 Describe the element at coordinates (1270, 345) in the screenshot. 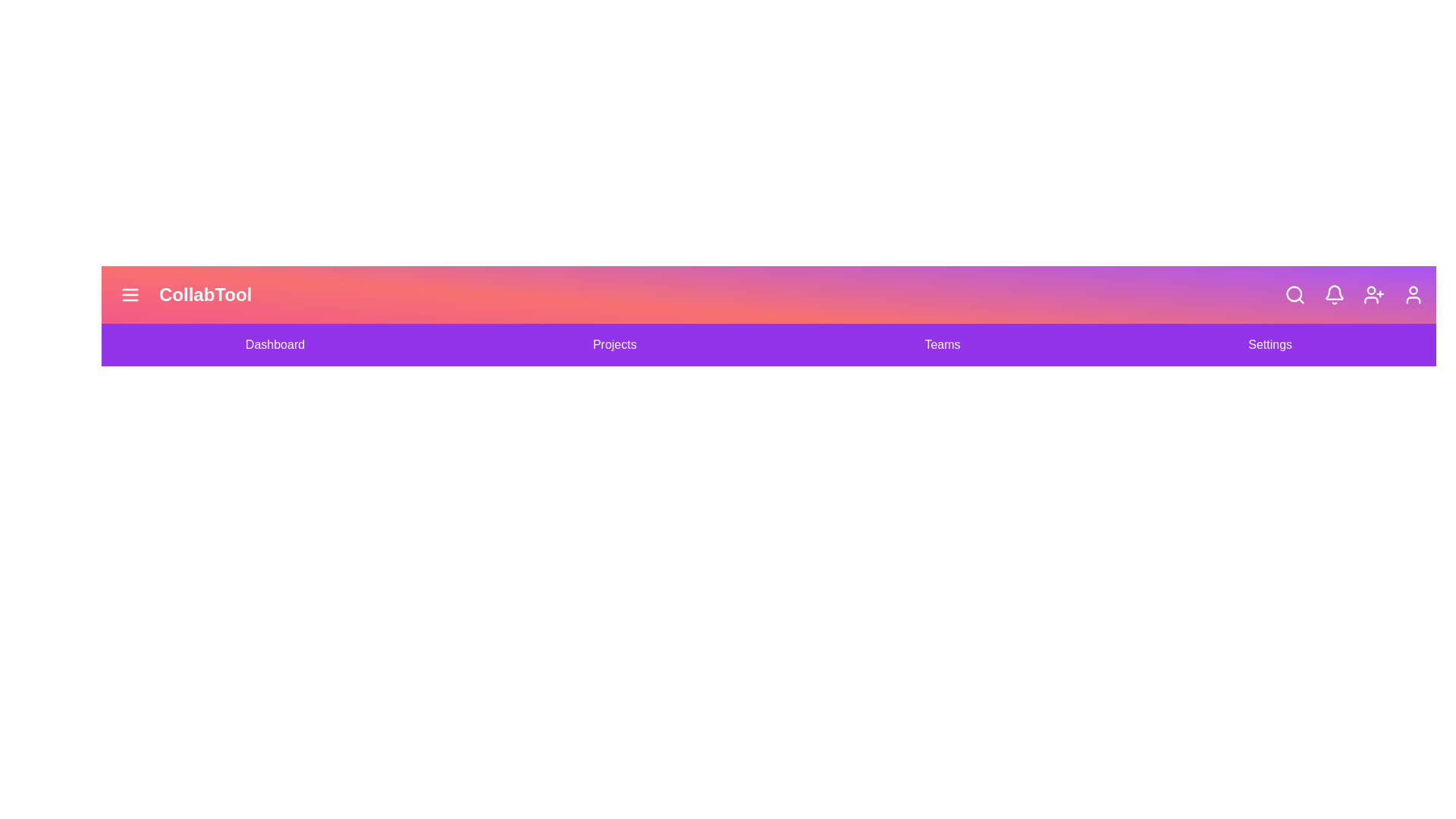

I see `the navigation link Settings` at that location.